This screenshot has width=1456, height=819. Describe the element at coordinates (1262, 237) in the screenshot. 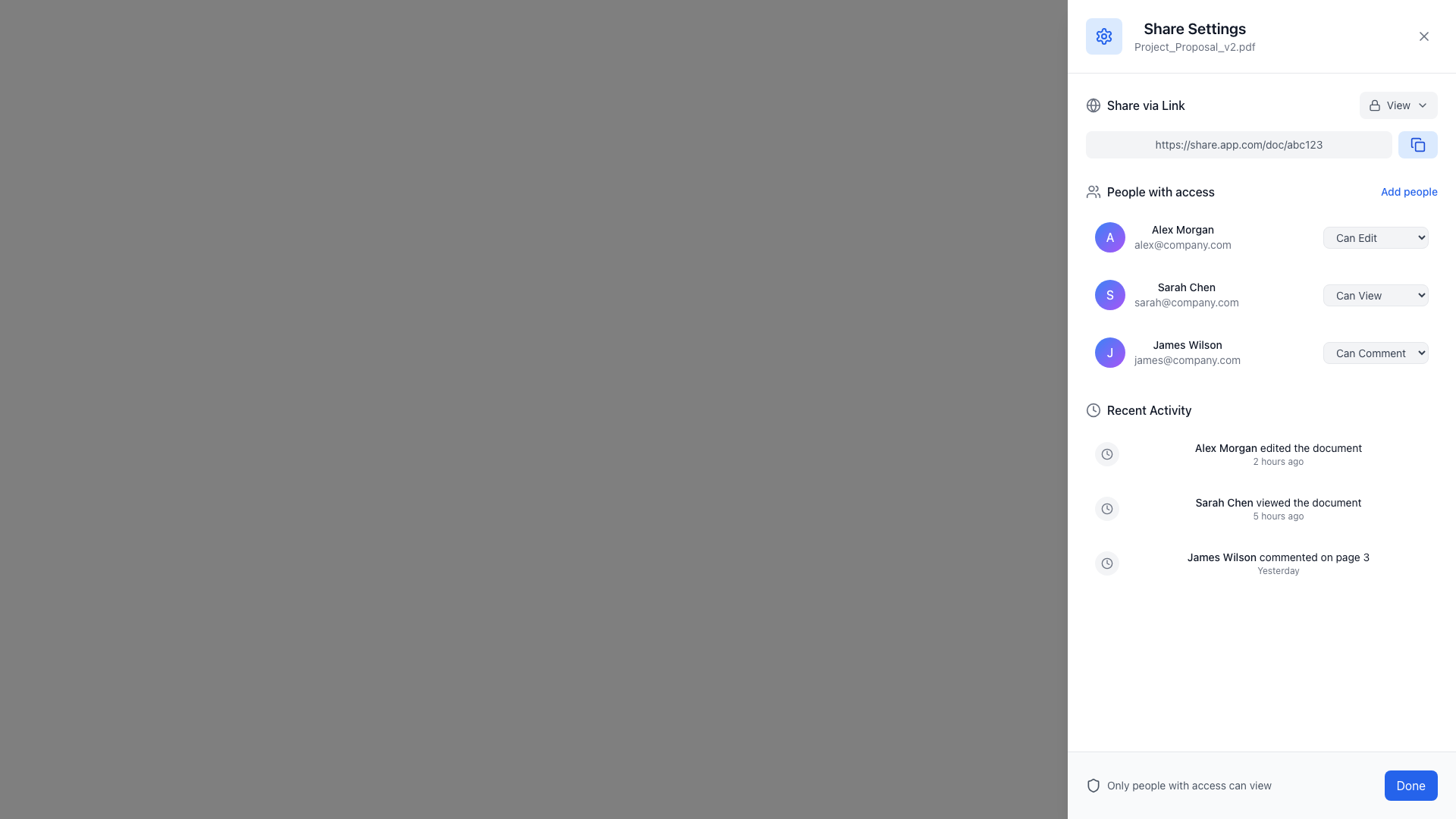

I see `the dropdown menu of the user details component for 'Alex Morgan' to change permissions` at that location.